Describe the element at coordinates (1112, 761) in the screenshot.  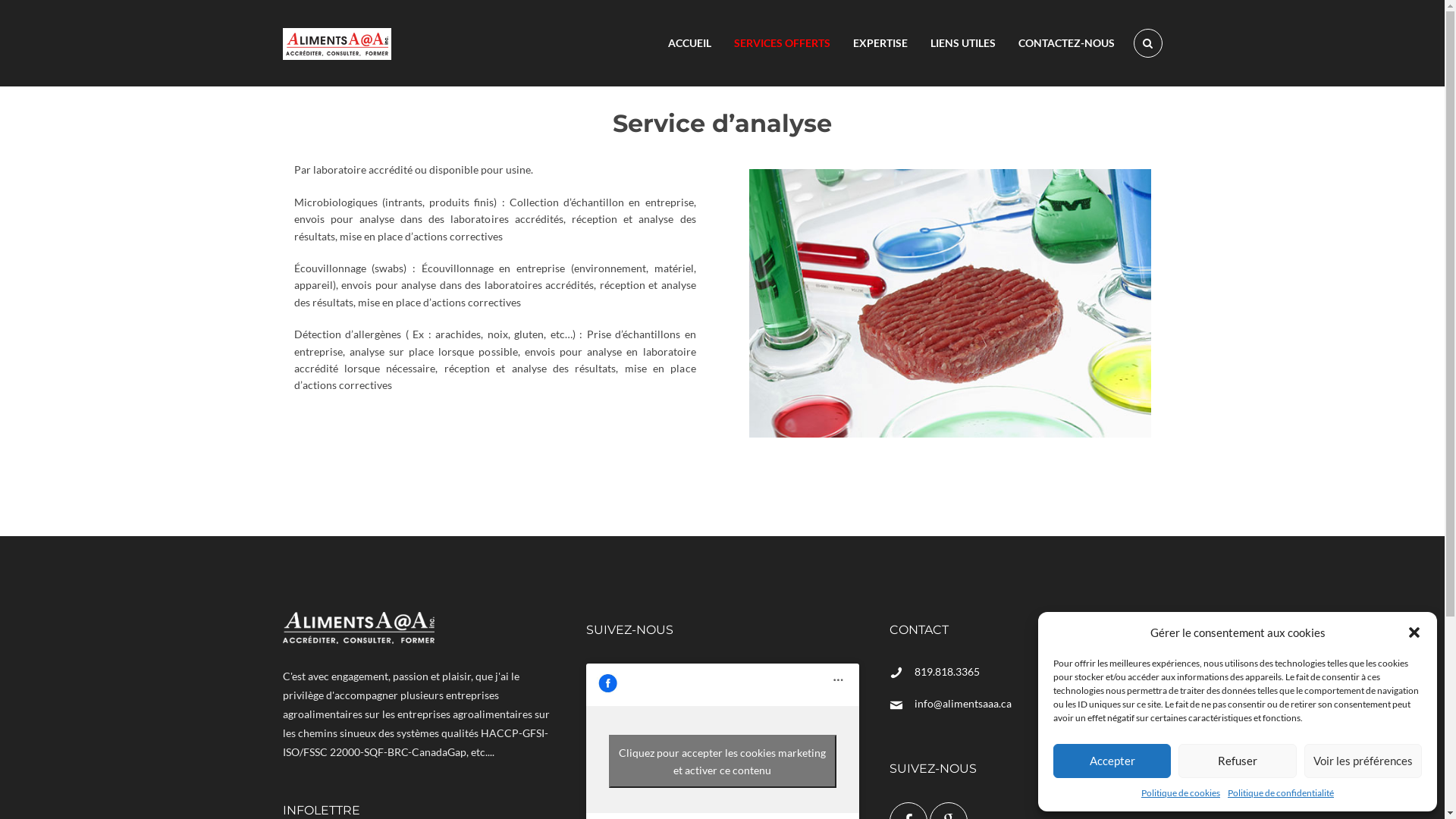
I see `'Accepter'` at that location.